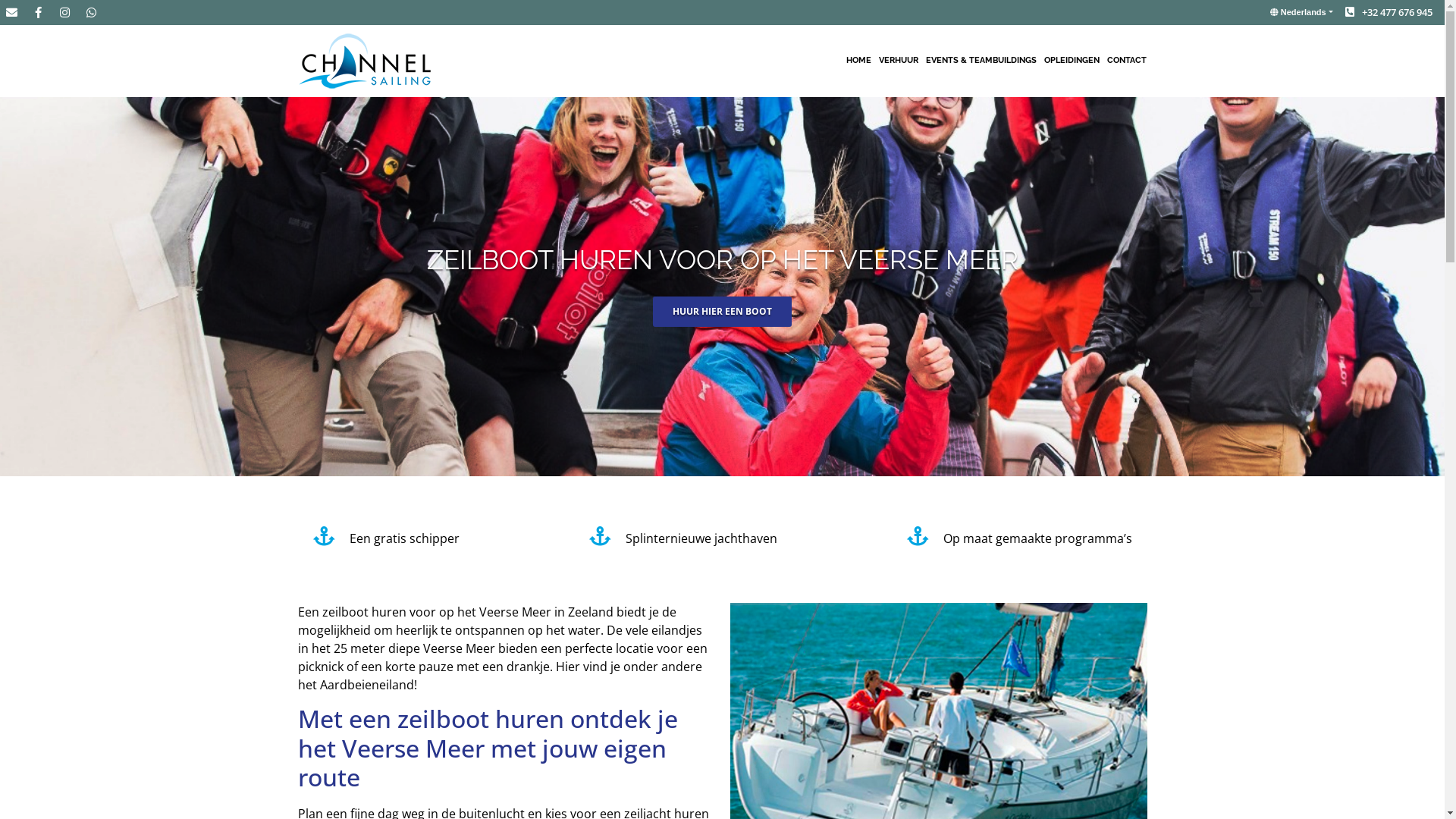 The height and width of the screenshot is (819, 1456). What do you see at coordinates (1301, 11) in the screenshot?
I see `'Nederlands'` at bounding box center [1301, 11].